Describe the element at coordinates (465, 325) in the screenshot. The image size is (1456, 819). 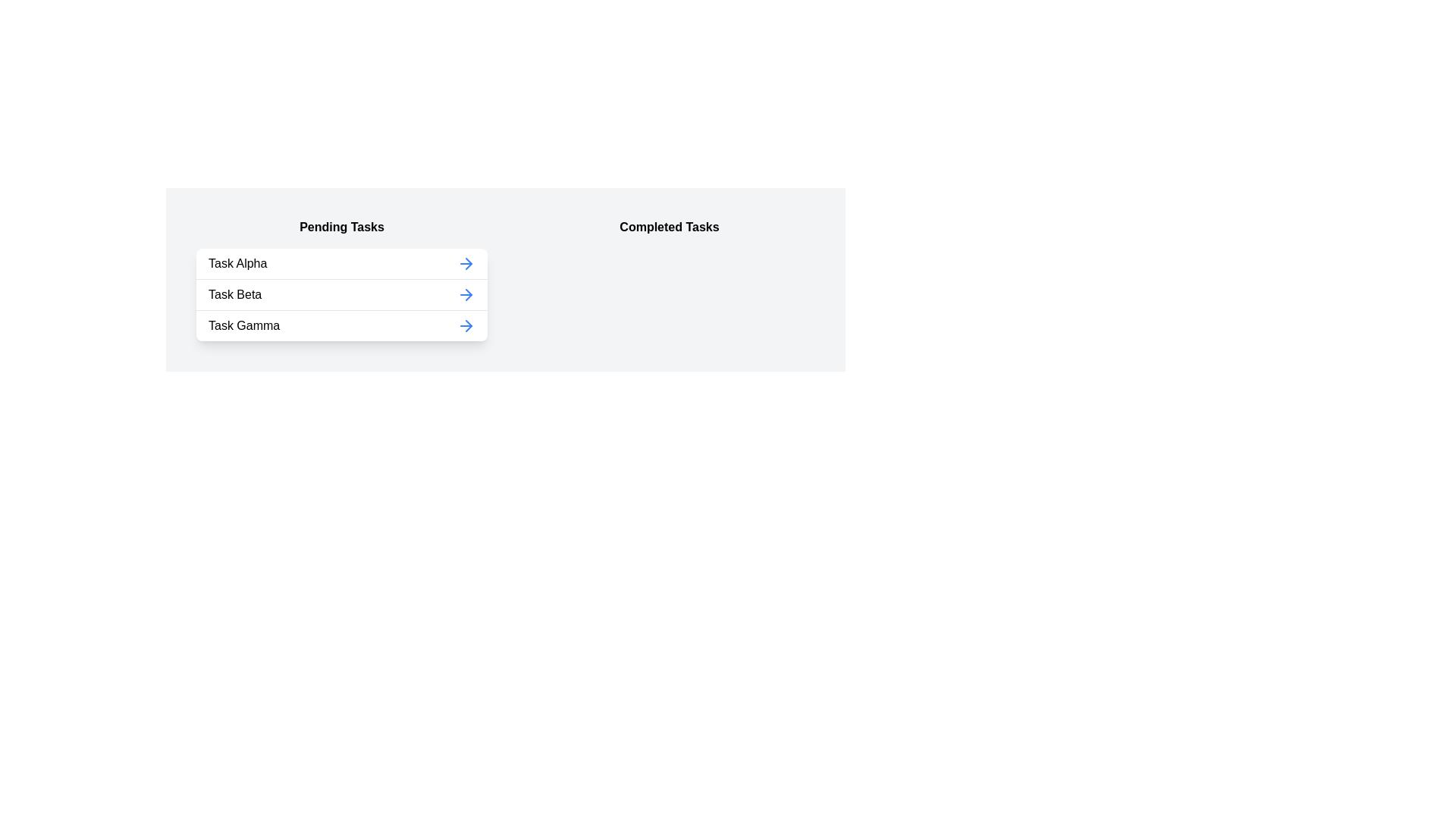
I see `the arrow button next to the task Task Gamma to move it to the 'Completed Tasks' list` at that location.